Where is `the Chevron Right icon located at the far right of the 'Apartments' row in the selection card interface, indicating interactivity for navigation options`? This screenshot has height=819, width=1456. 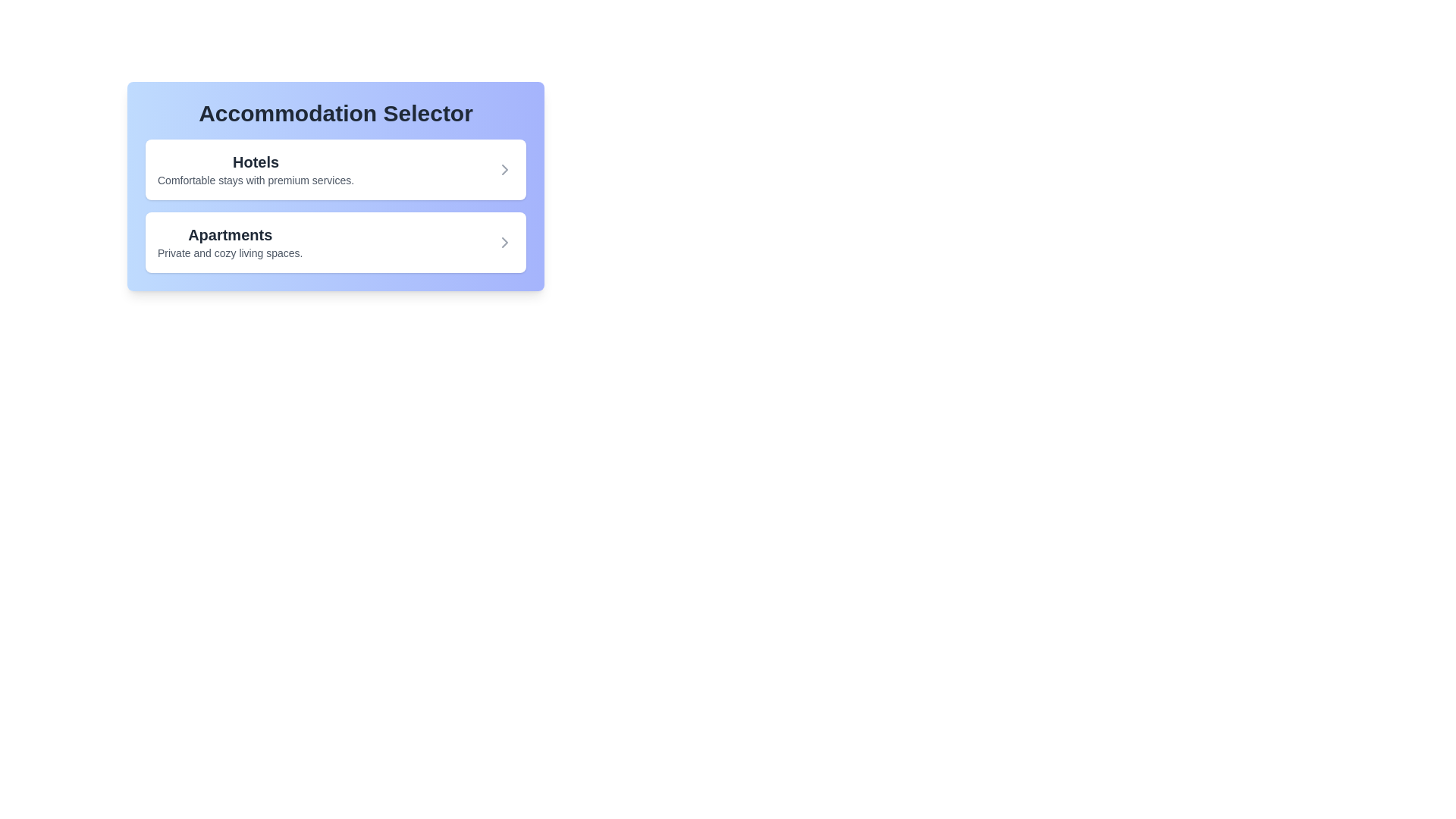 the Chevron Right icon located at the far right of the 'Apartments' row in the selection card interface, indicating interactivity for navigation options is located at coordinates (505, 242).